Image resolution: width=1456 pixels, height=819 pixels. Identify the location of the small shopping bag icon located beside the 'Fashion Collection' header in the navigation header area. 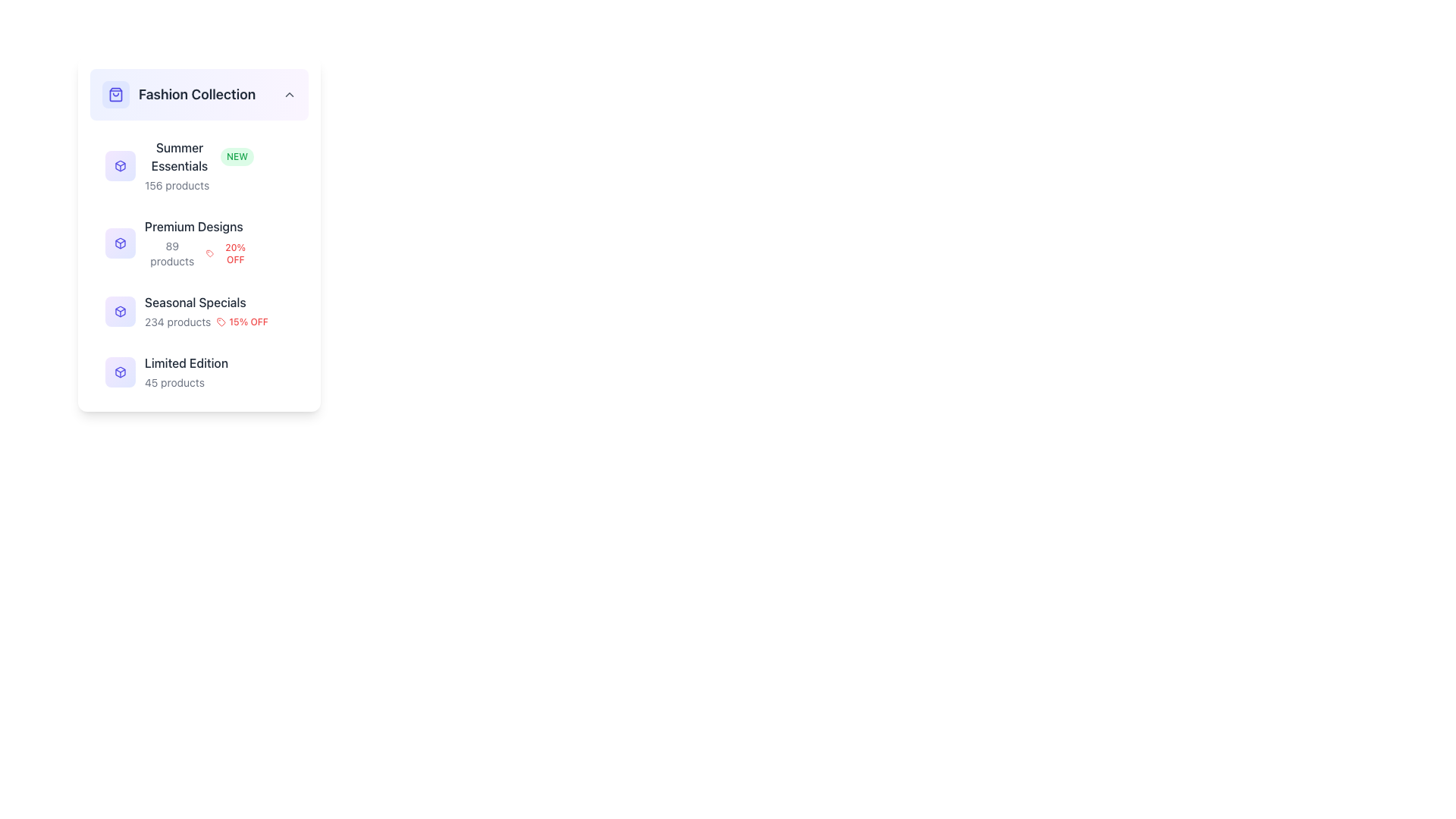
(115, 93).